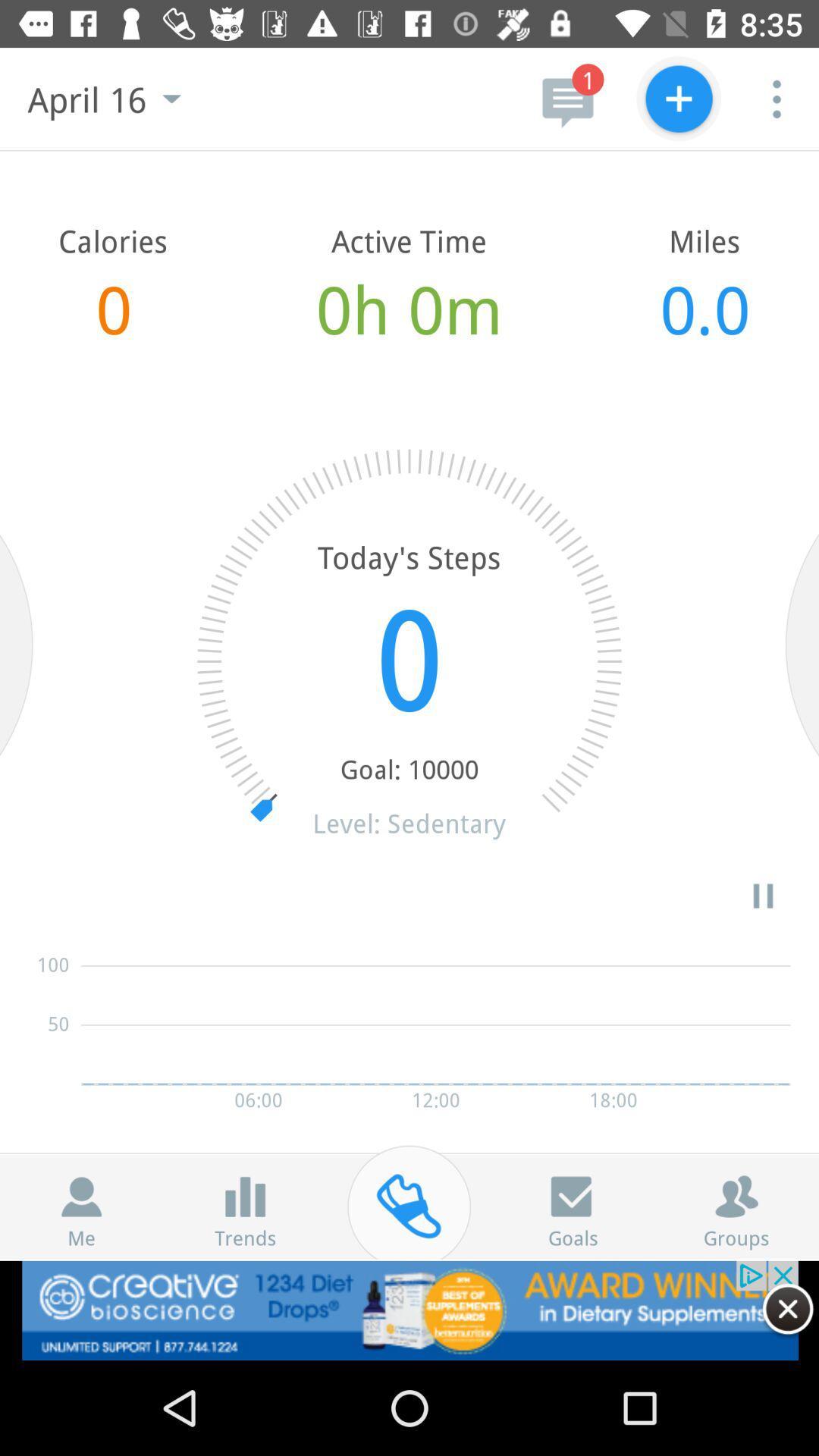 The width and height of the screenshot is (819, 1456). What do you see at coordinates (736, 1196) in the screenshot?
I see `the avatar icon` at bounding box center [736, 1196].